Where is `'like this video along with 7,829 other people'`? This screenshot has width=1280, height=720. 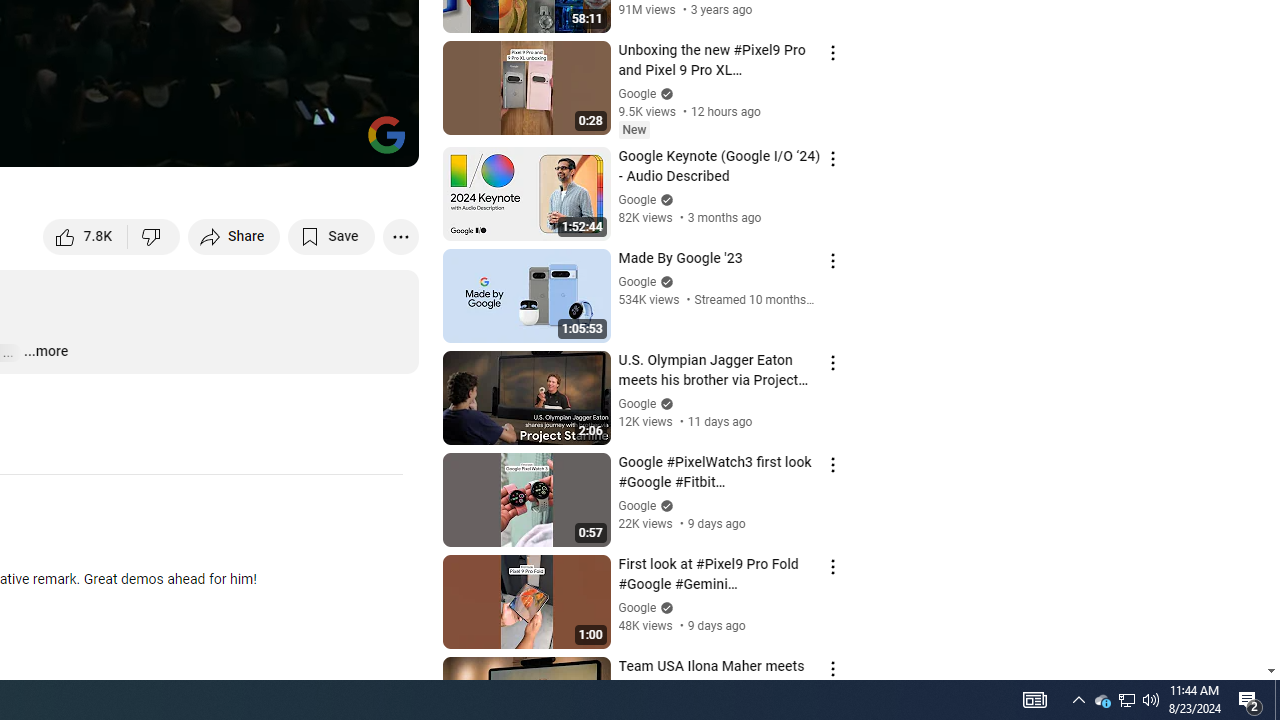 'like this video along with 7,829 other people' is located at coordinates (85, 235).